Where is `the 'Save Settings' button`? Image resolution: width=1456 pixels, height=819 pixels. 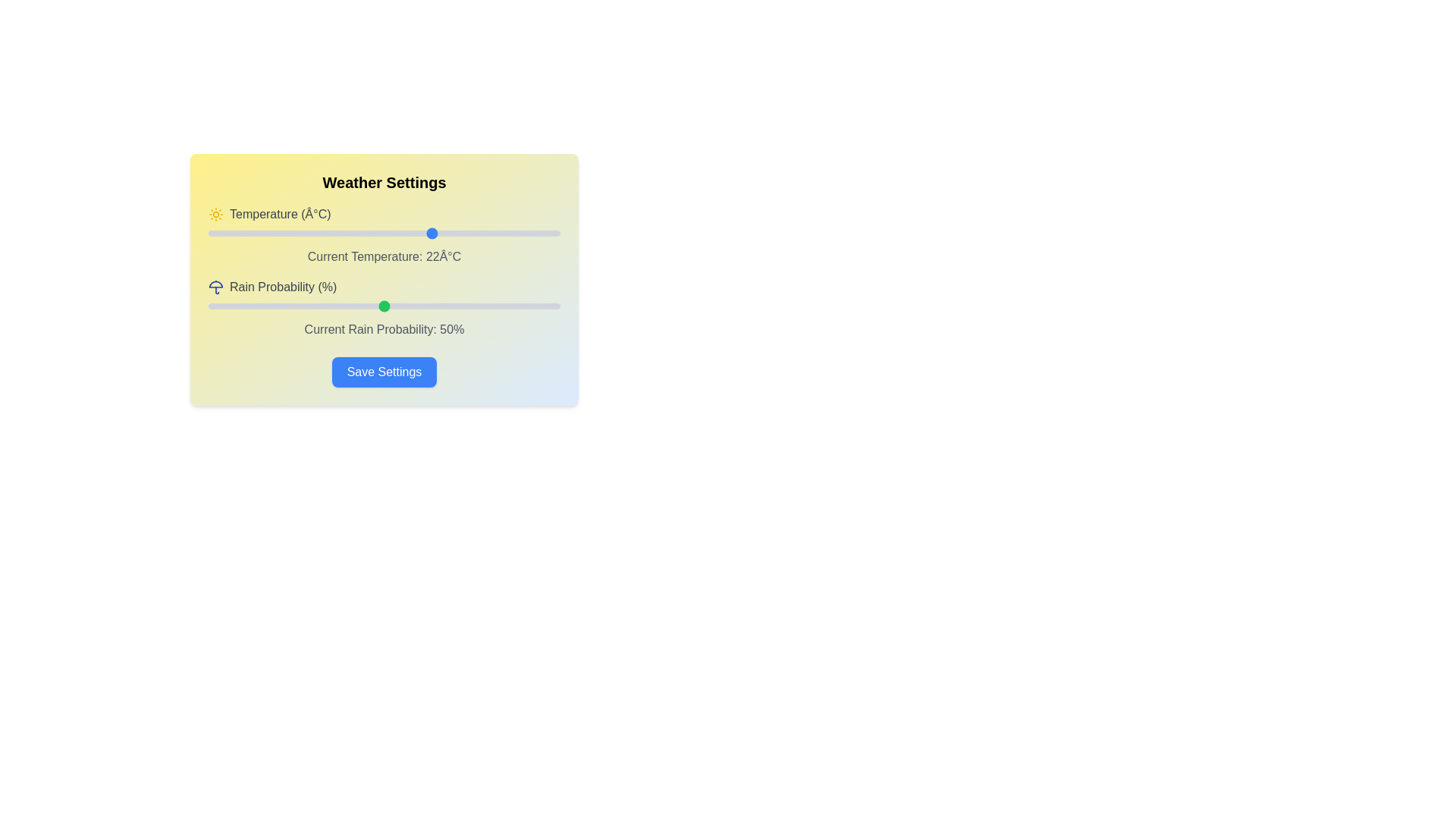 the 'Save Settings' button is located at coordinates (384, 372).